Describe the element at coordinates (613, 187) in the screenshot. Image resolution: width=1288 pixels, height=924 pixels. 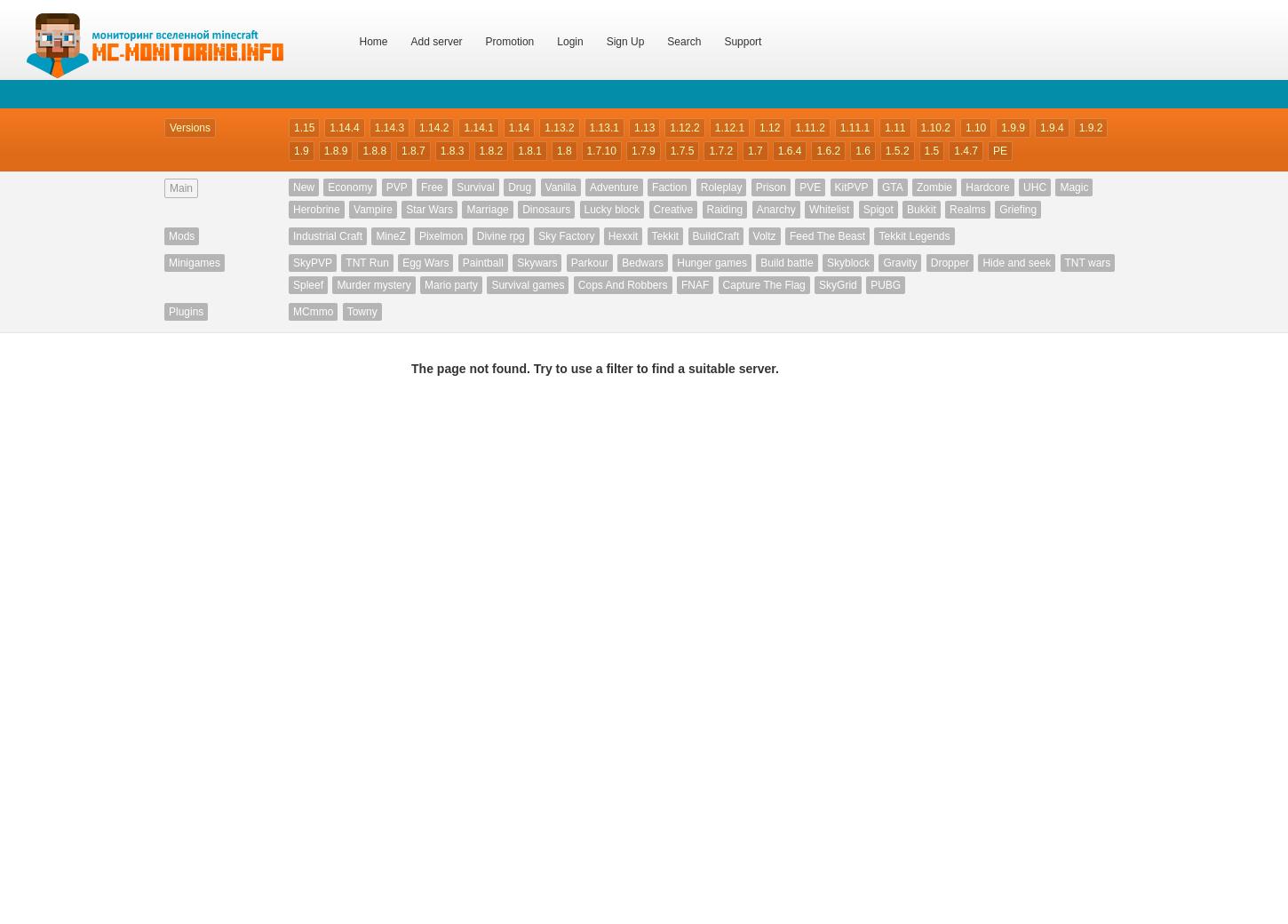
I see `'Adventure'` at that location.